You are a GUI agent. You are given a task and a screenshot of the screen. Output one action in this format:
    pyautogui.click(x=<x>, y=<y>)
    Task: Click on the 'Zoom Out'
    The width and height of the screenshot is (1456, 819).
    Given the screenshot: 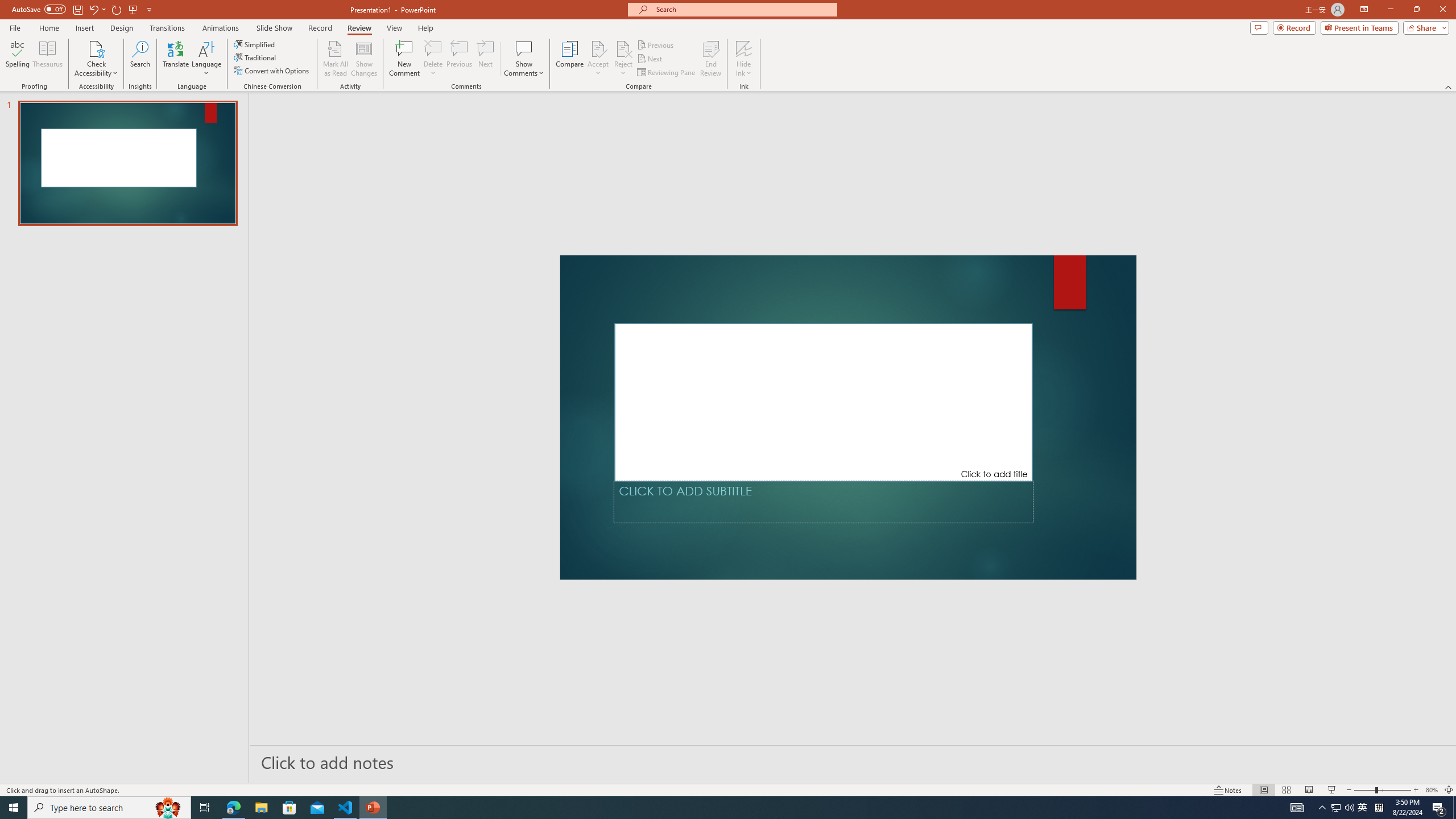 What is the action you would take?
    pyautogui.click(x=1365, y=790)
    